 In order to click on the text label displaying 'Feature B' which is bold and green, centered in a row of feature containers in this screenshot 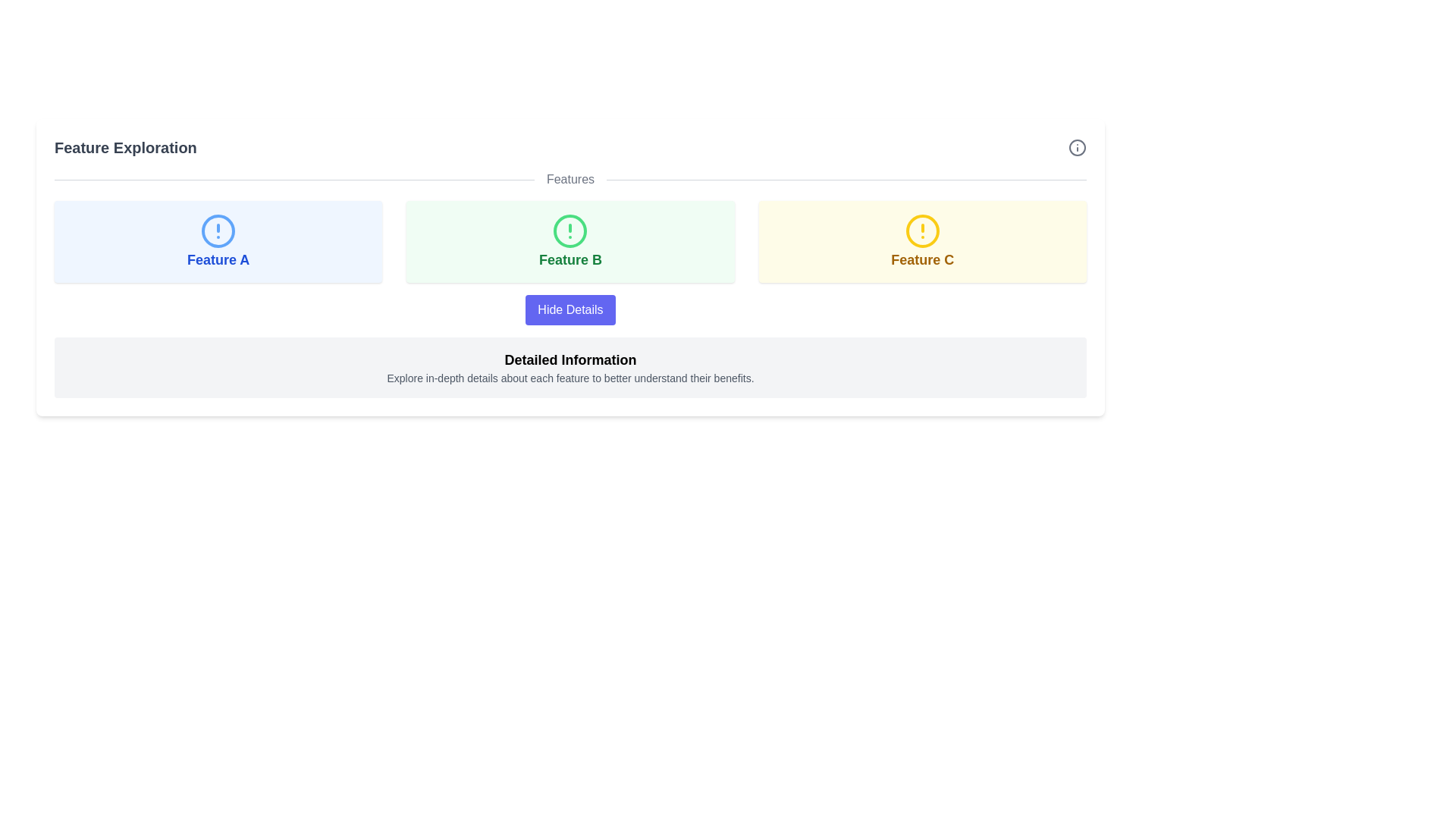, I will do `click(570, 259)`.